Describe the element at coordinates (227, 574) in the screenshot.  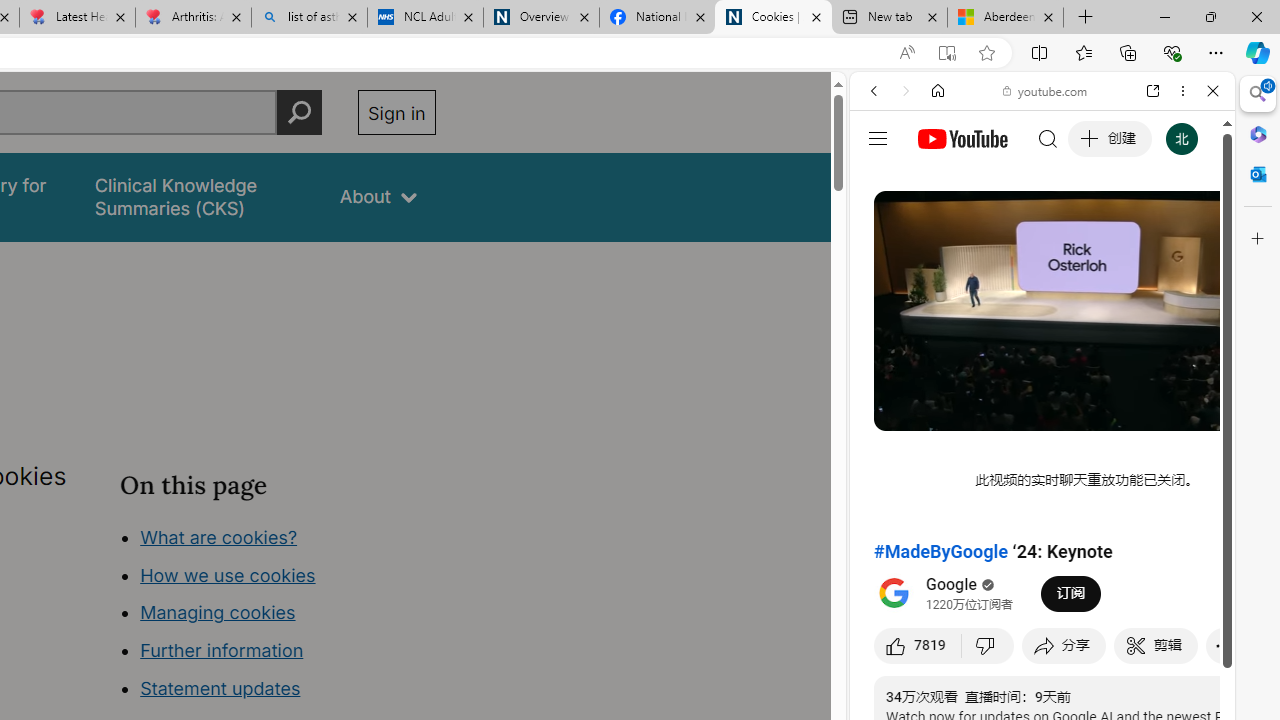
I see `'How we use cookies'` at that location.